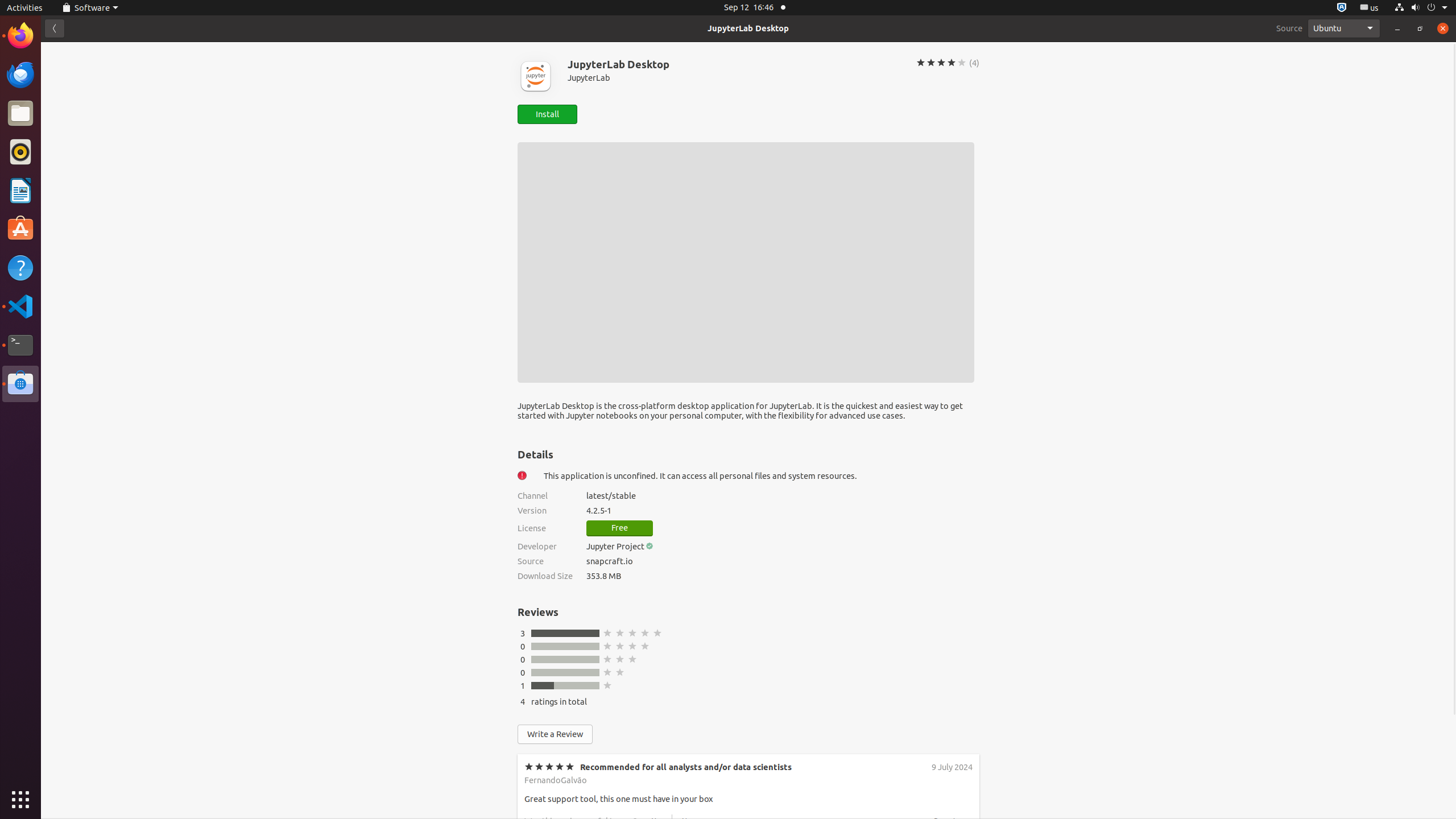 Image resolution: width=1456 pixels, height=819 pixels. I want to click on 'Firefox Web Browser', so click(20, 35).